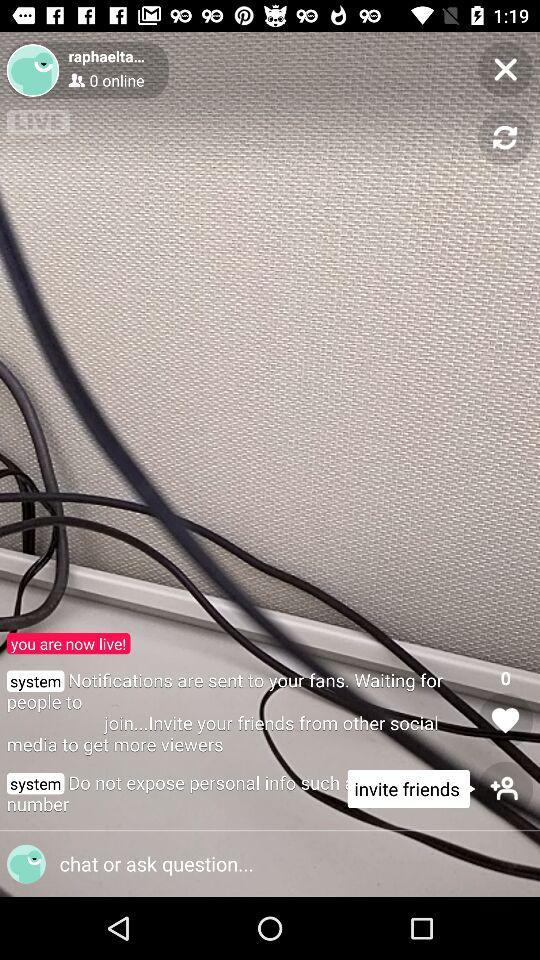 This screenshot has height=960, width=540. Describe the element at coordinates (504, 69) in the screenshot. I see `the close icon` at that location.